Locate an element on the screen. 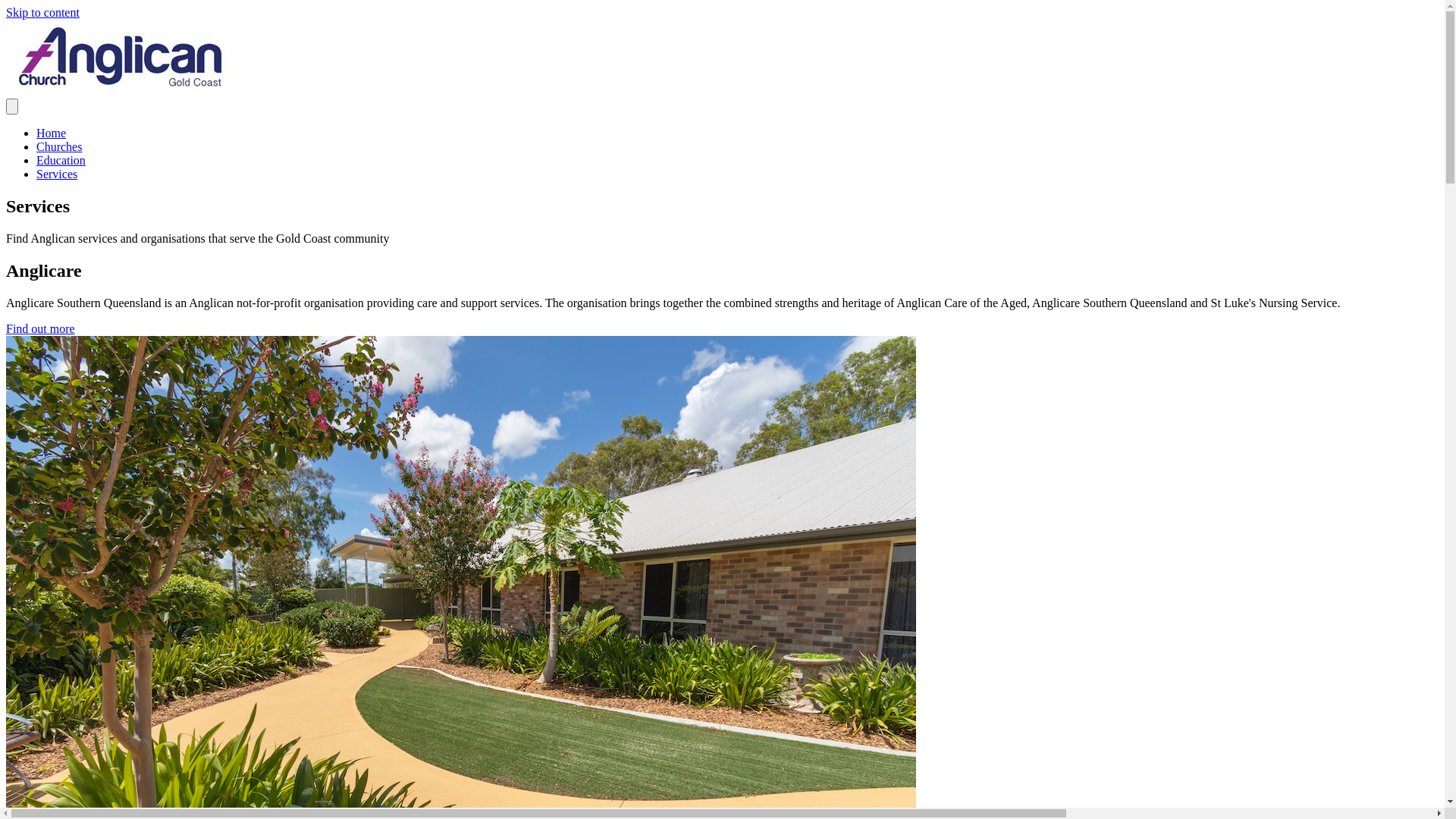 This screenshot has height=819, width=1456. 'Find out more' is located at coordinates (40, 328).